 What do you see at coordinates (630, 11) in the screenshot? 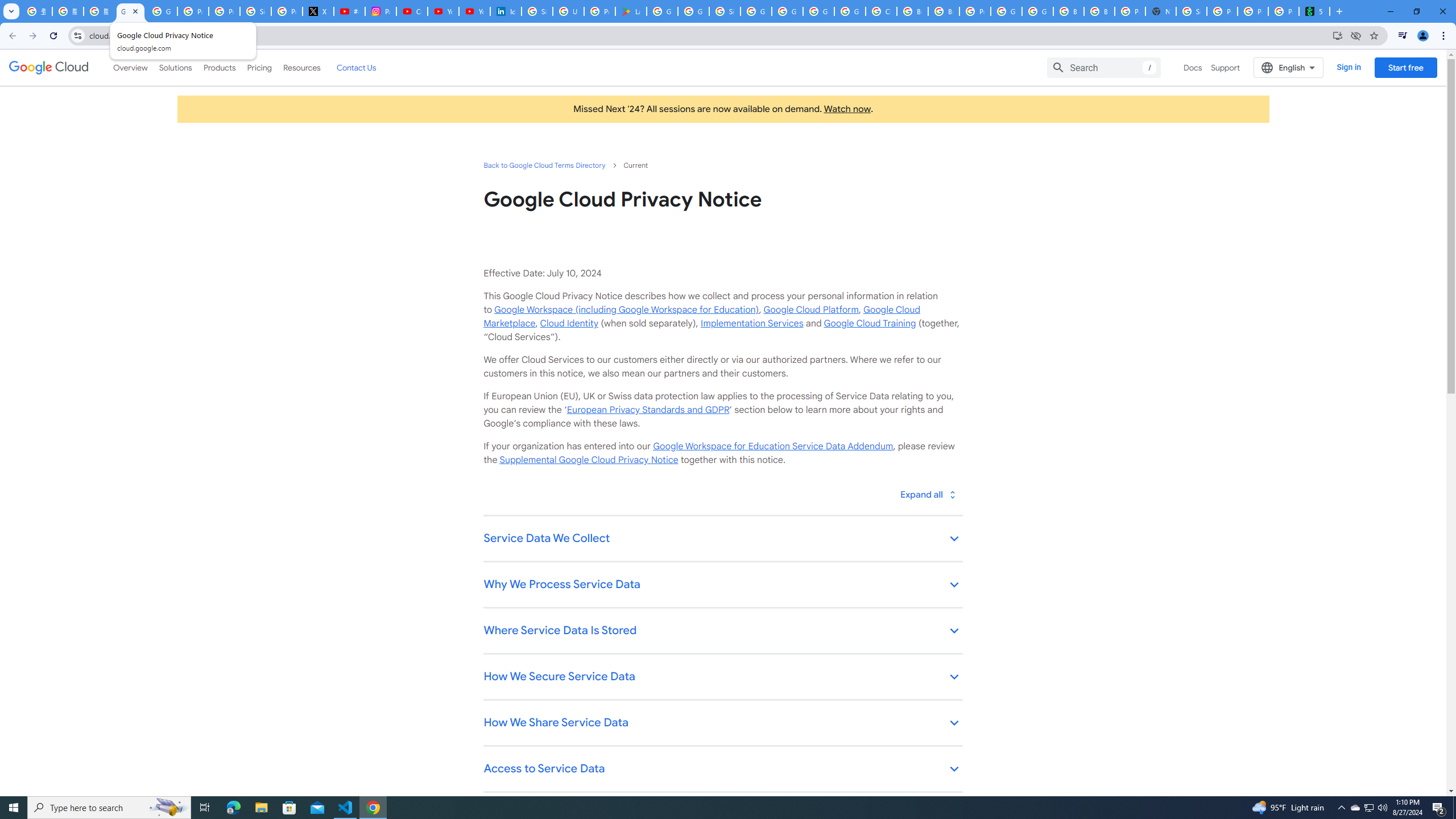
I see `'Last Shelter: Survival - Apps on Google Play'` at bounding box center [630, 11].